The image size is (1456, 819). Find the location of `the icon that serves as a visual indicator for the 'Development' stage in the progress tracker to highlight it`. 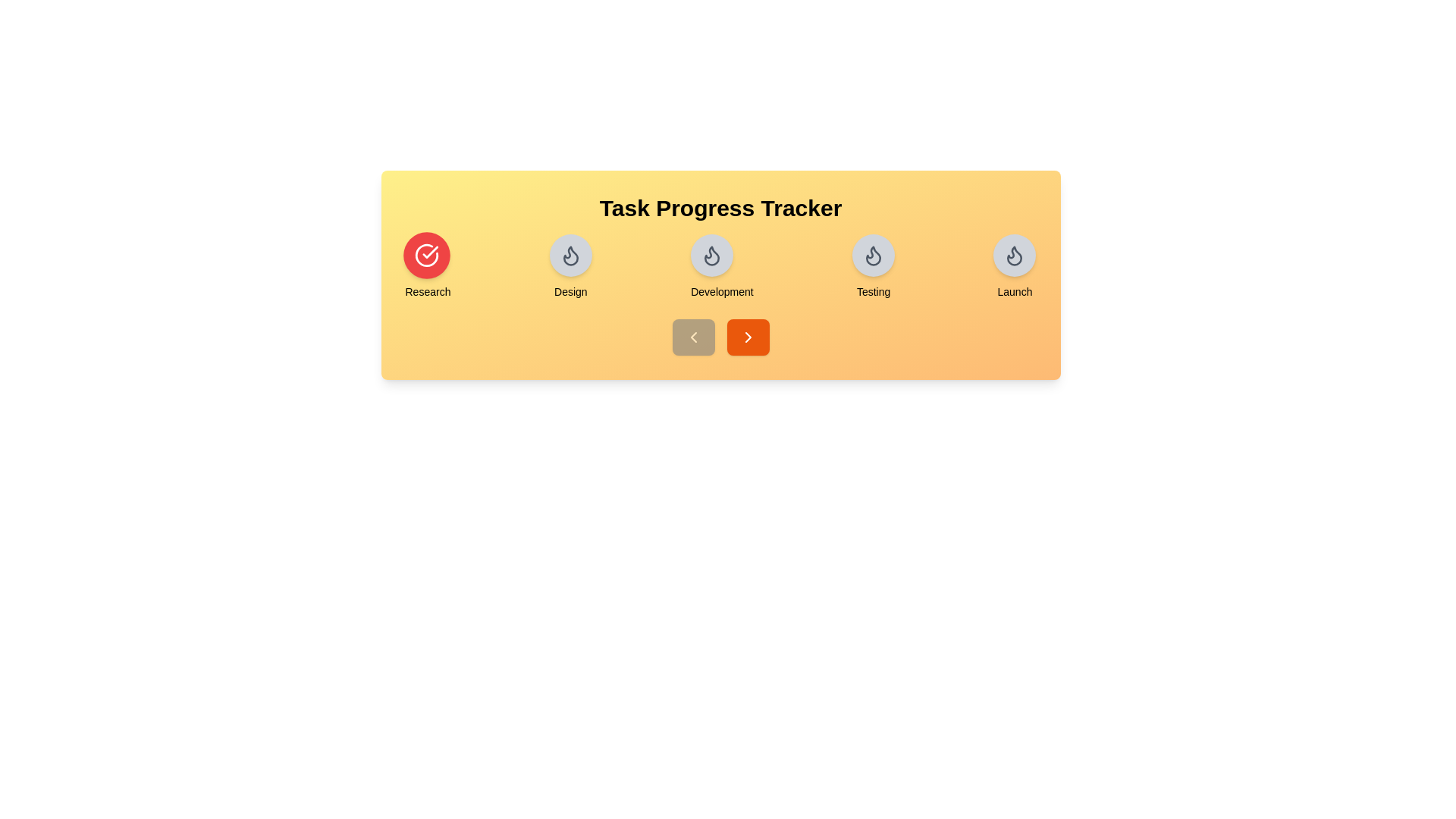

the icon that serves as a visual indicator for the 'Development' stage in the progress tracker to highlight it is located at coordinates (711, 254).